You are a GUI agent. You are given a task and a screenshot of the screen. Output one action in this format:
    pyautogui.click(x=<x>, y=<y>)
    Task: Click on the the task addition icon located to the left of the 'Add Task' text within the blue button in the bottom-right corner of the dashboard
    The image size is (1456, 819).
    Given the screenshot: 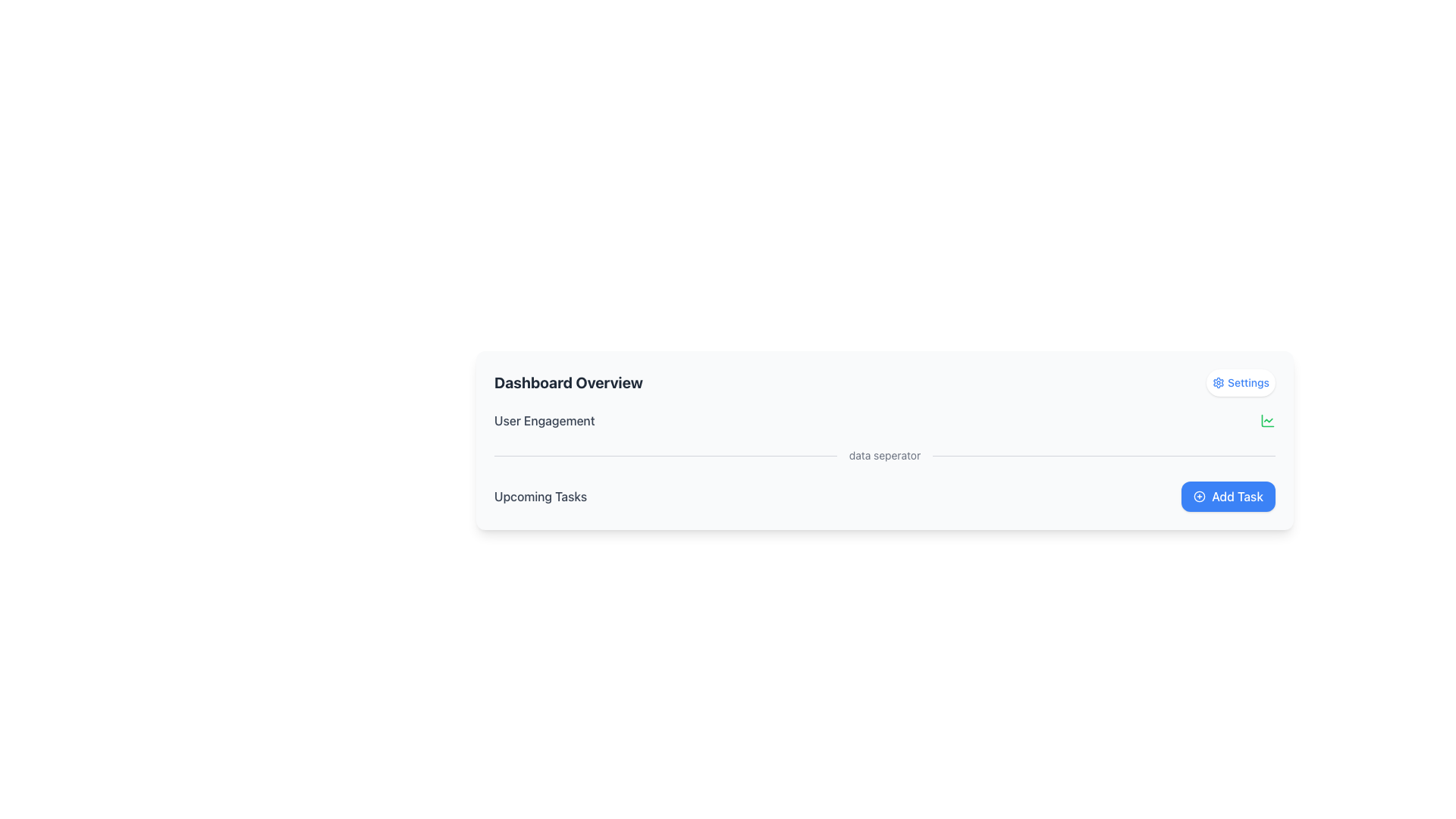 What is the action you would take?
    pyautogui.click(x=1199, y=497)
    